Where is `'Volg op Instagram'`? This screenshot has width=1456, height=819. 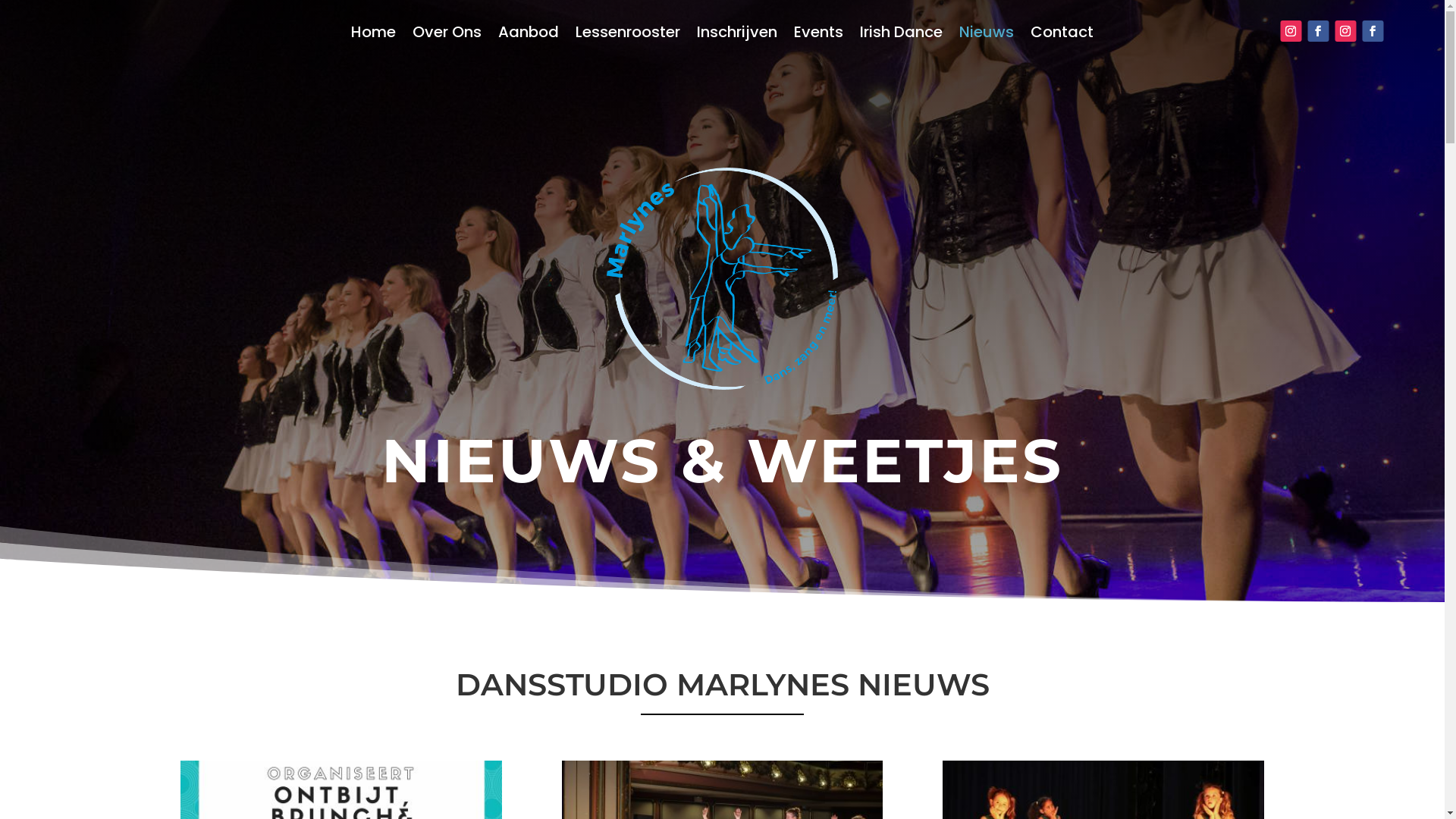
'Volg op Instagram' is located at coordinates (1290, 31).